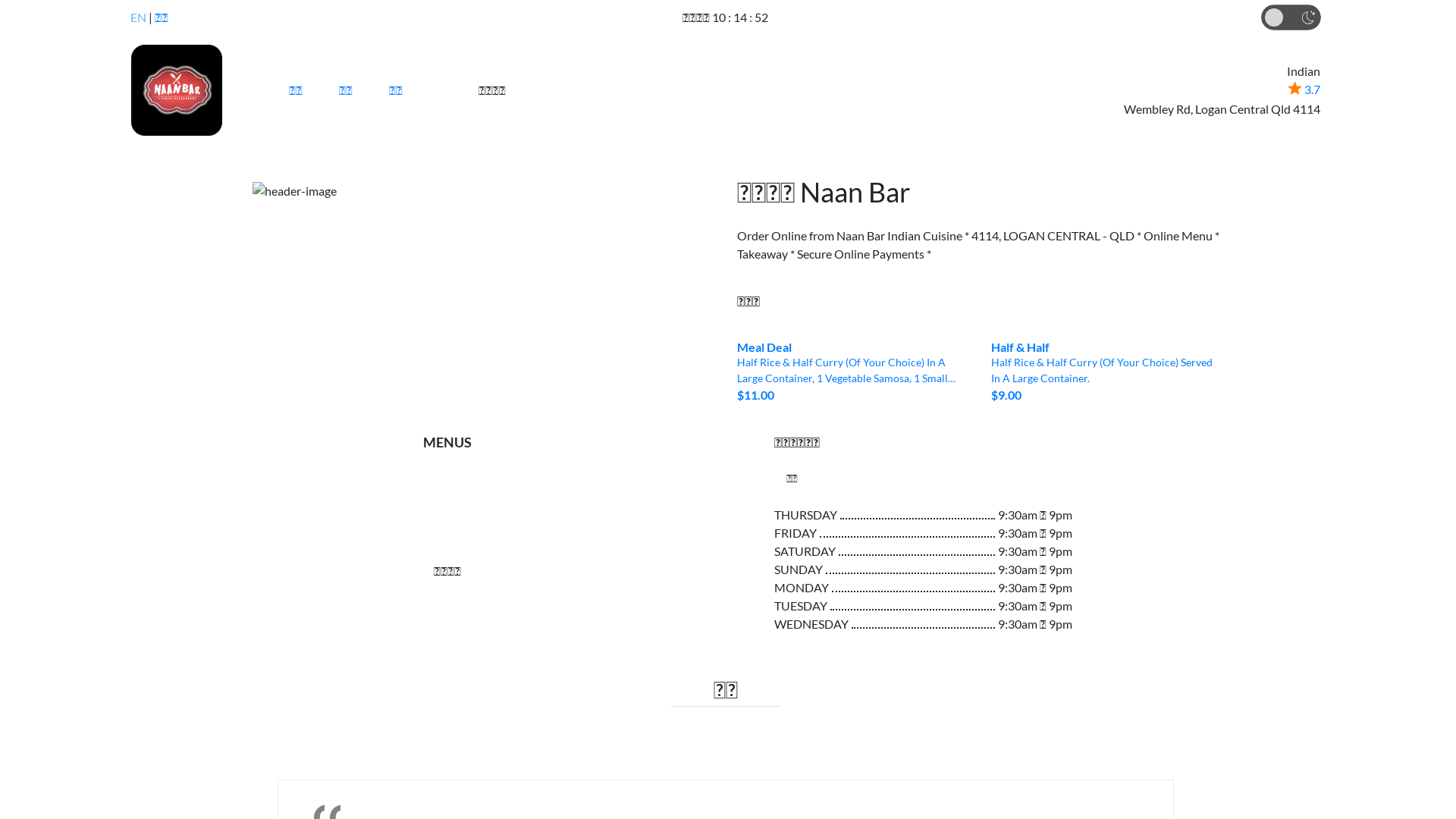  What do you see at coordinates (1303, 89) in the screenshot?
I see `'3.7'` at bounding box center [1303, 89].